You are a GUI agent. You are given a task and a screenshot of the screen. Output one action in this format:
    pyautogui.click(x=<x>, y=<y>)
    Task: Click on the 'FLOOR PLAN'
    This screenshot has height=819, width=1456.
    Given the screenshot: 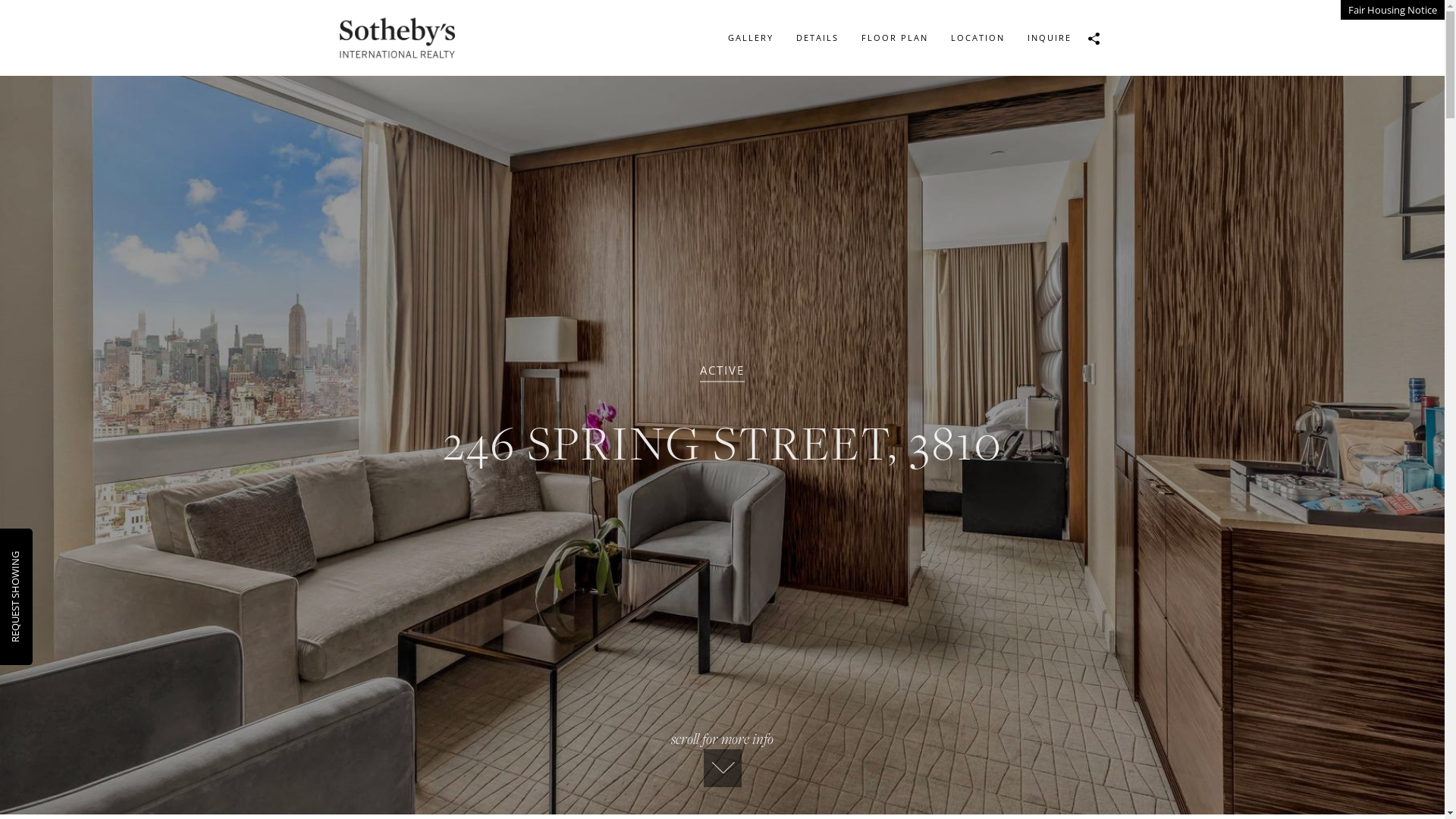 What is the action you would take?
    pyautogui.click(x=894, y=37)
    